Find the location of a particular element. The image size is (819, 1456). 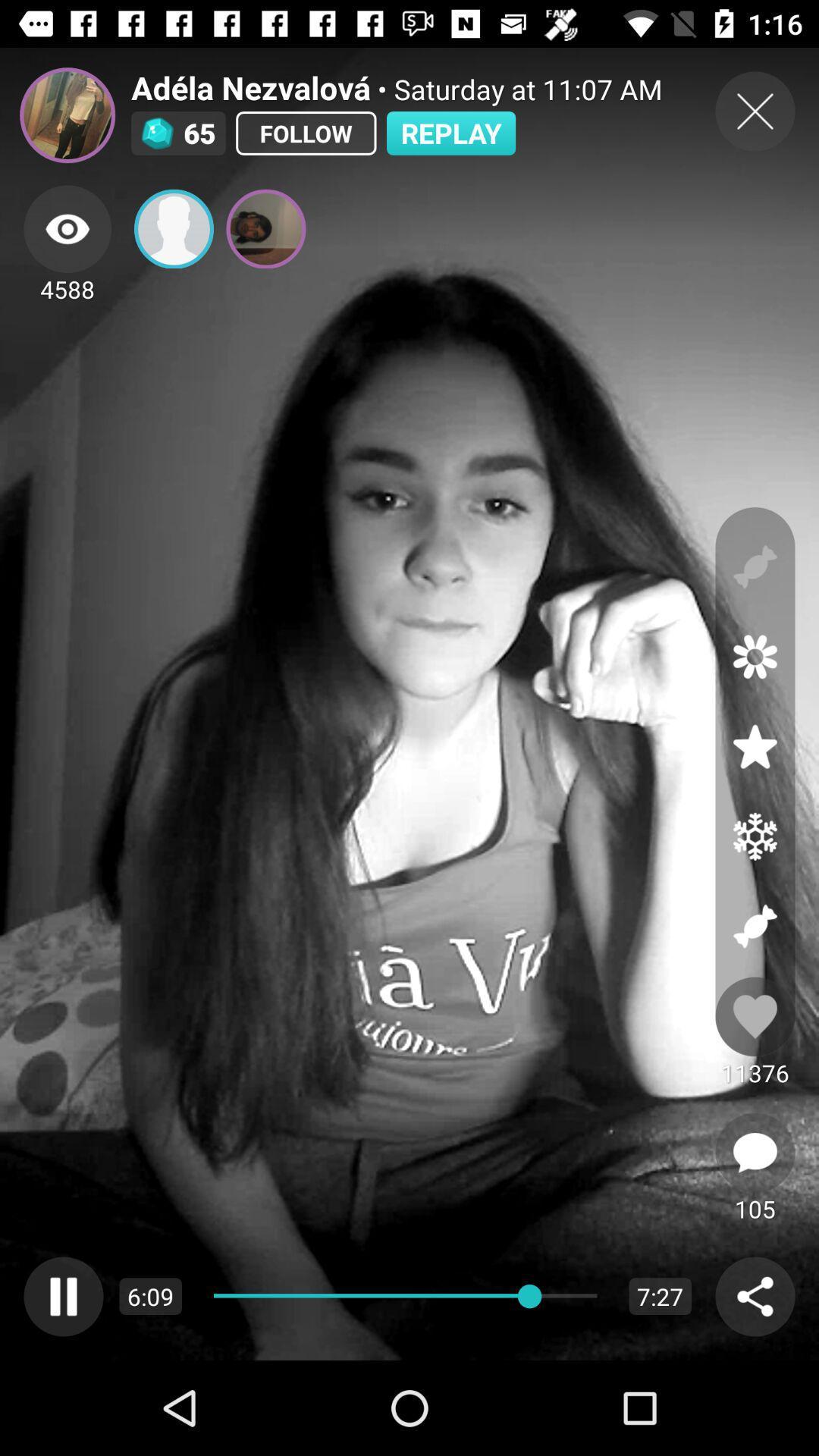

picture is located at coordinates (265, 228).